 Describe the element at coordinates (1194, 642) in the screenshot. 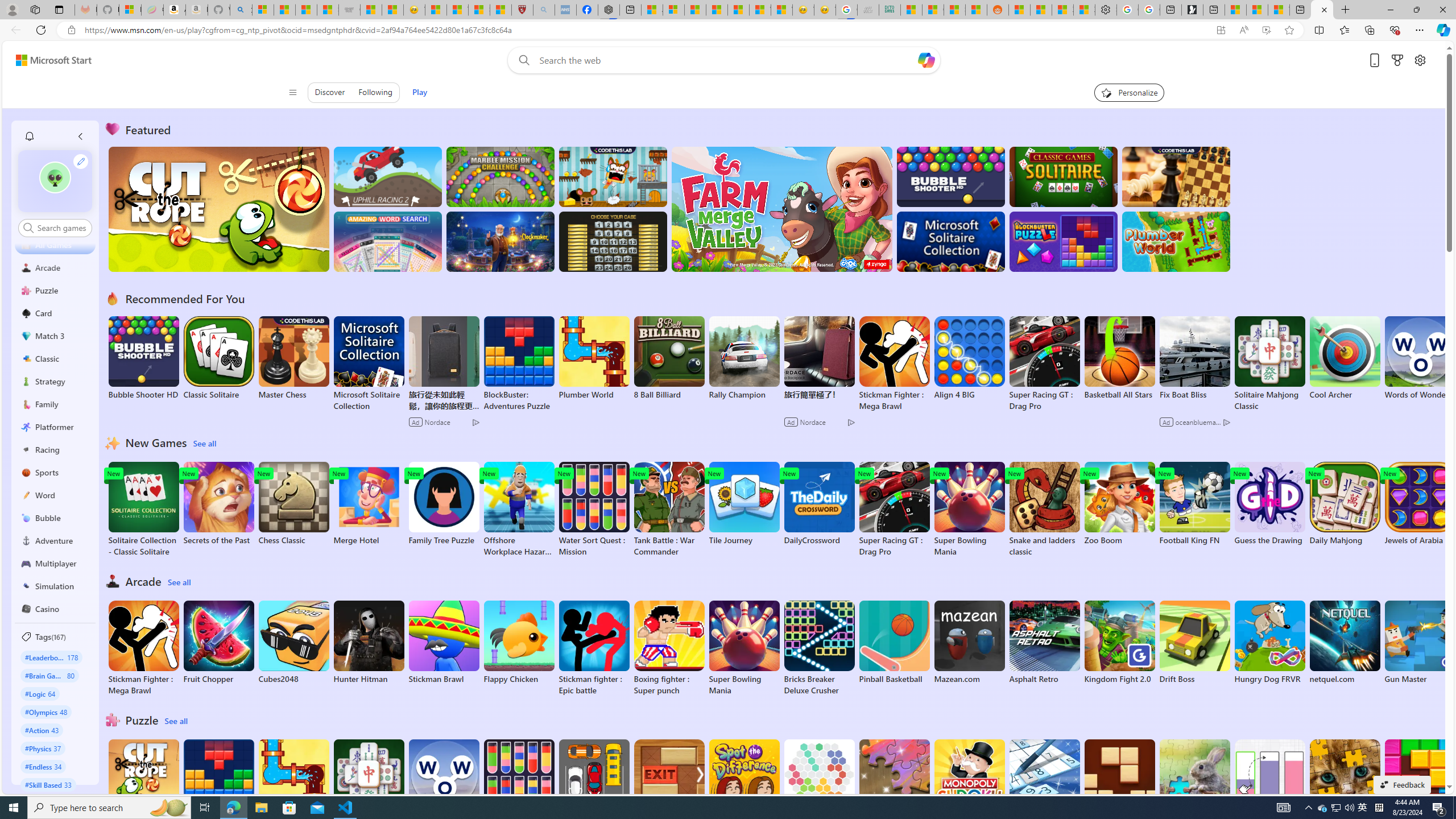

I see `'Drift Boss'` at that location.